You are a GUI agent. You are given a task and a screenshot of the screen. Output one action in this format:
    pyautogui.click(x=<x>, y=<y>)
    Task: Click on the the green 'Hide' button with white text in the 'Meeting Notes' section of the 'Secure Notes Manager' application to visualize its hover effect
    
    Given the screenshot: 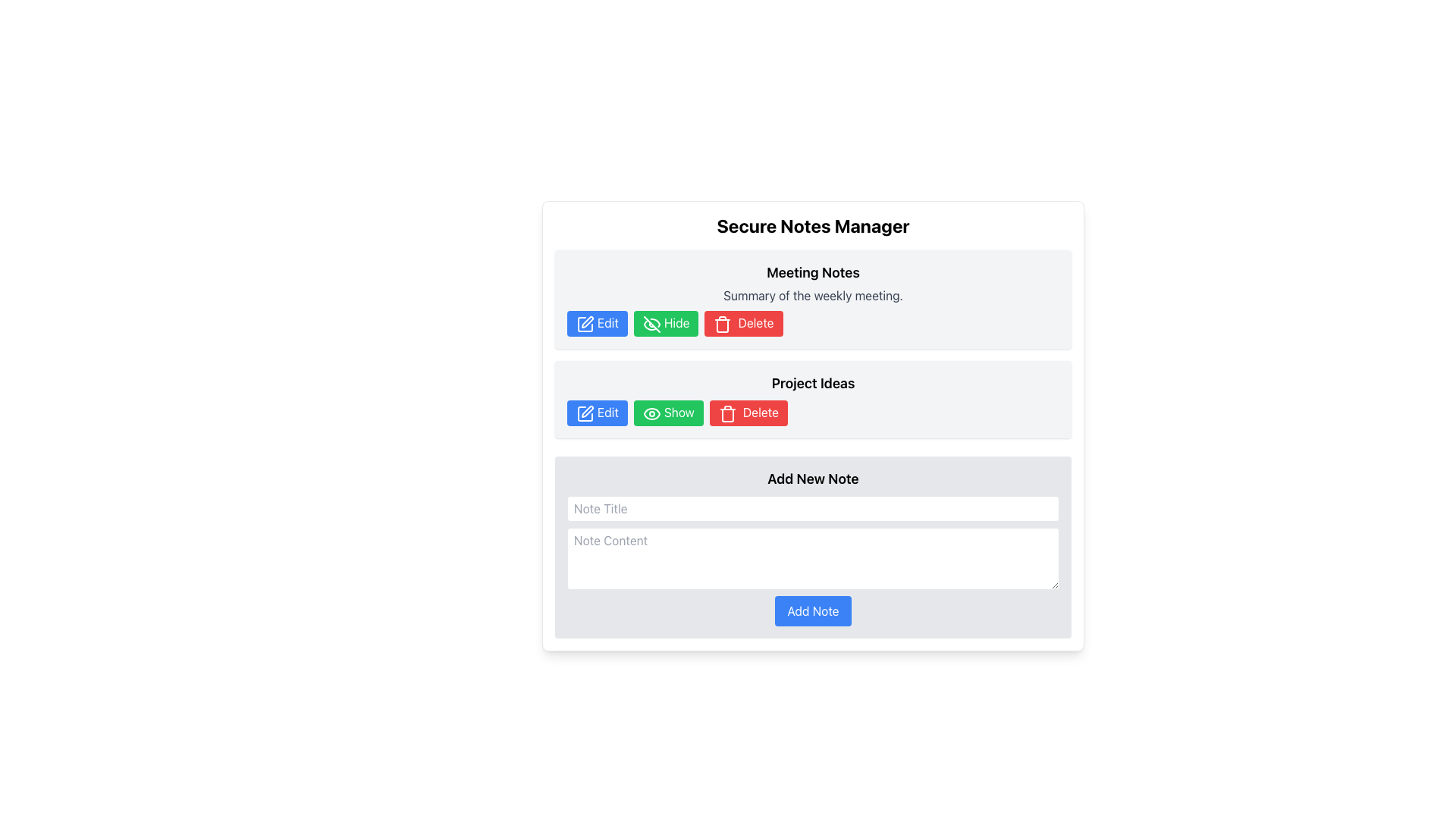 What is the action you would take?
    pyautogui.click(x=666, y=322)
    